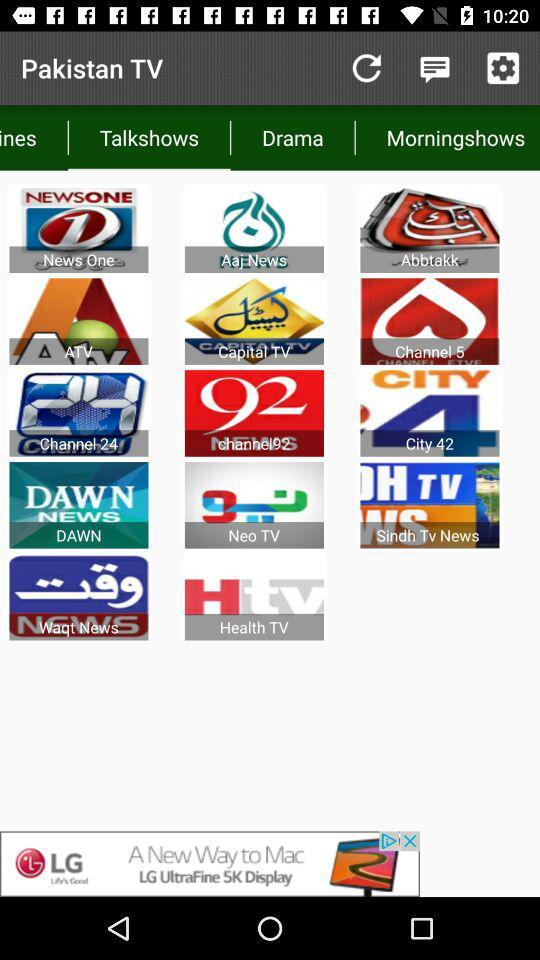 The width and height of the screenshot is (540, 960). What do you see at coordinates (502, 68) in the screenshot?
I see `settings` at bounding box center [502, 68].